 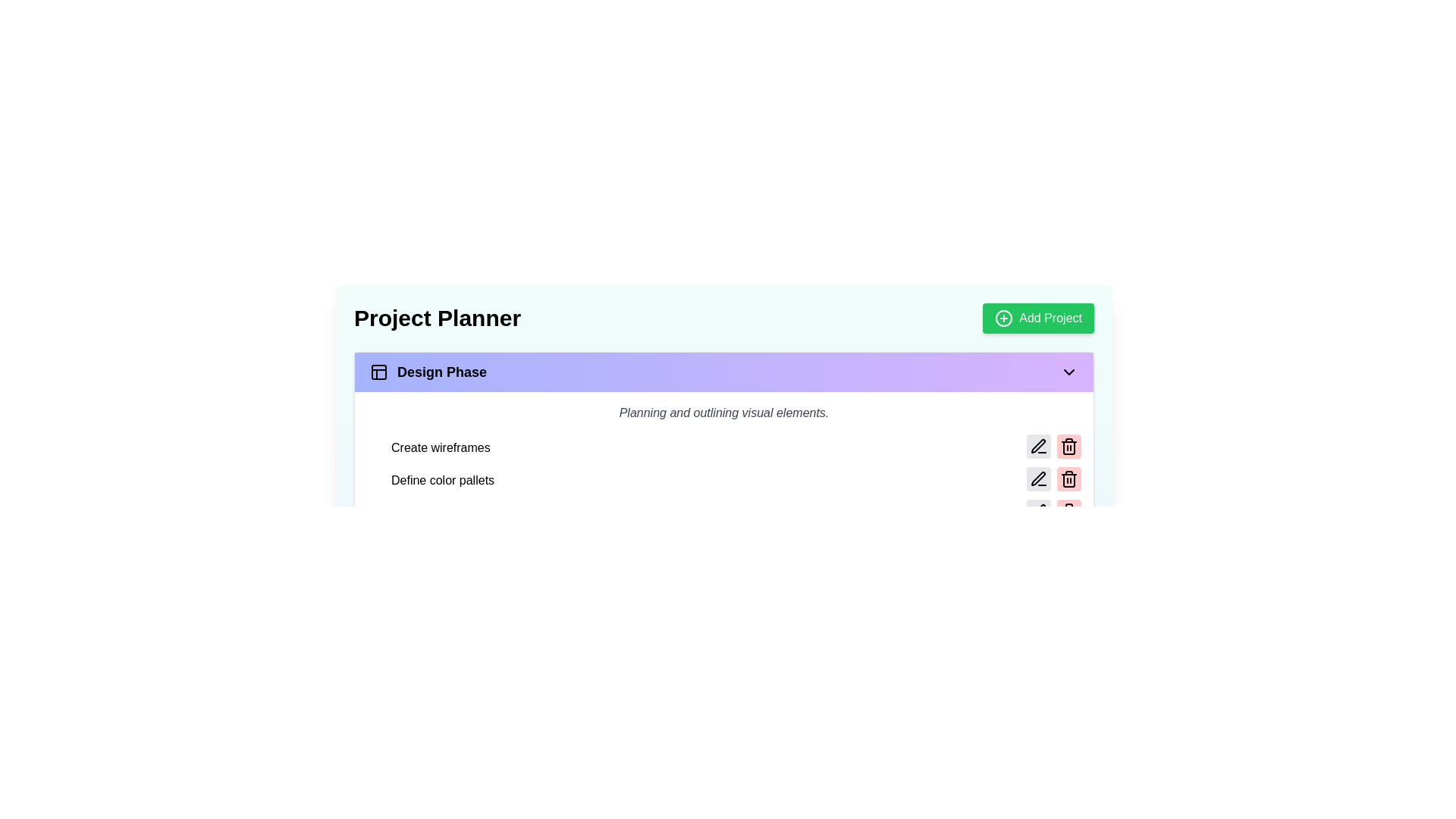 What do you see at coordinates (1068, 446) in the screenshot?
I see `the trash bin icon button located in the bottom right corner of the 'Design Phase' section` at bounding box center [1068, 446].